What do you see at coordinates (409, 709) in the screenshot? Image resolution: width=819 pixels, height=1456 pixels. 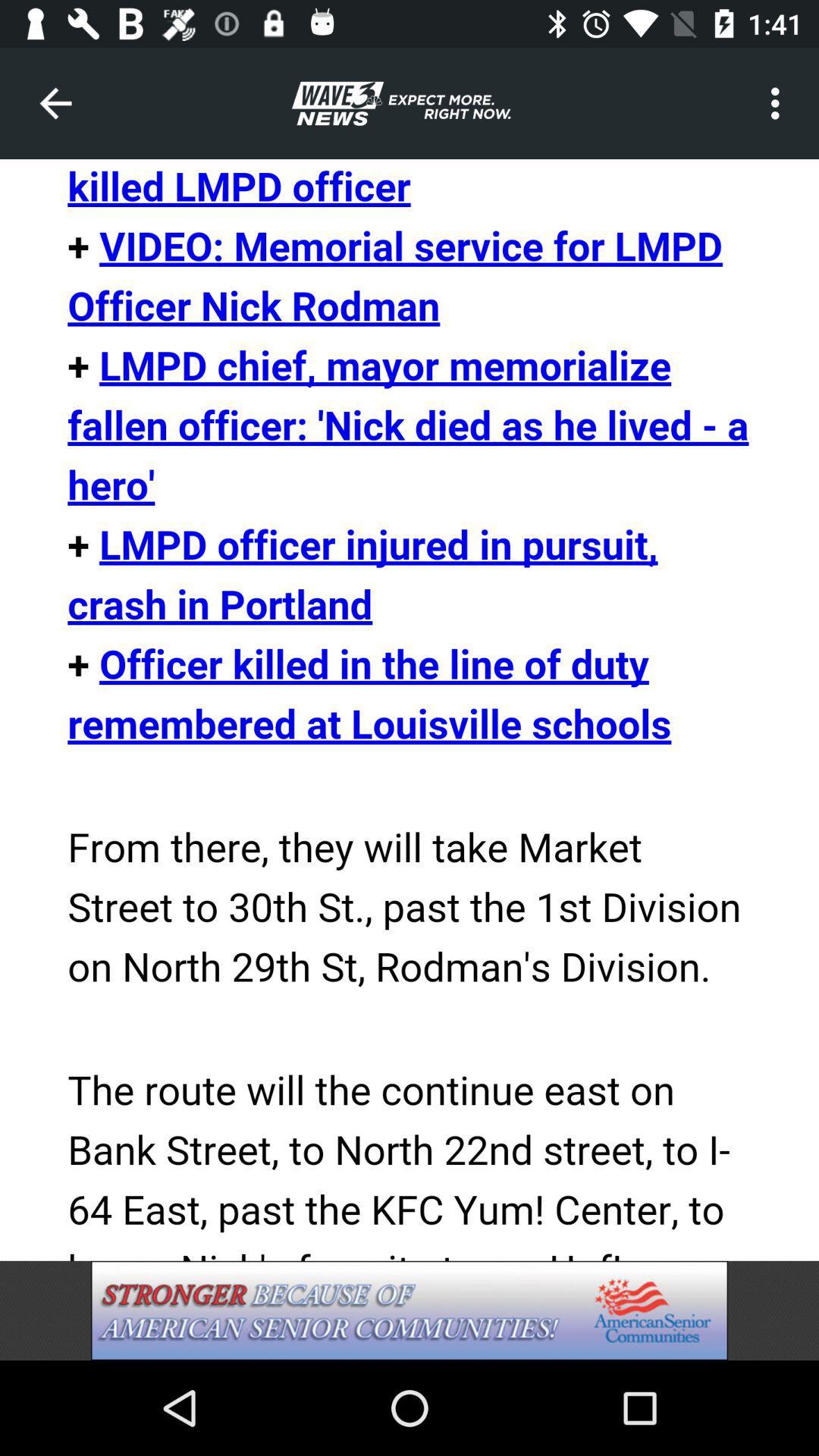 I see `read article` at bounding box center [409, 709].